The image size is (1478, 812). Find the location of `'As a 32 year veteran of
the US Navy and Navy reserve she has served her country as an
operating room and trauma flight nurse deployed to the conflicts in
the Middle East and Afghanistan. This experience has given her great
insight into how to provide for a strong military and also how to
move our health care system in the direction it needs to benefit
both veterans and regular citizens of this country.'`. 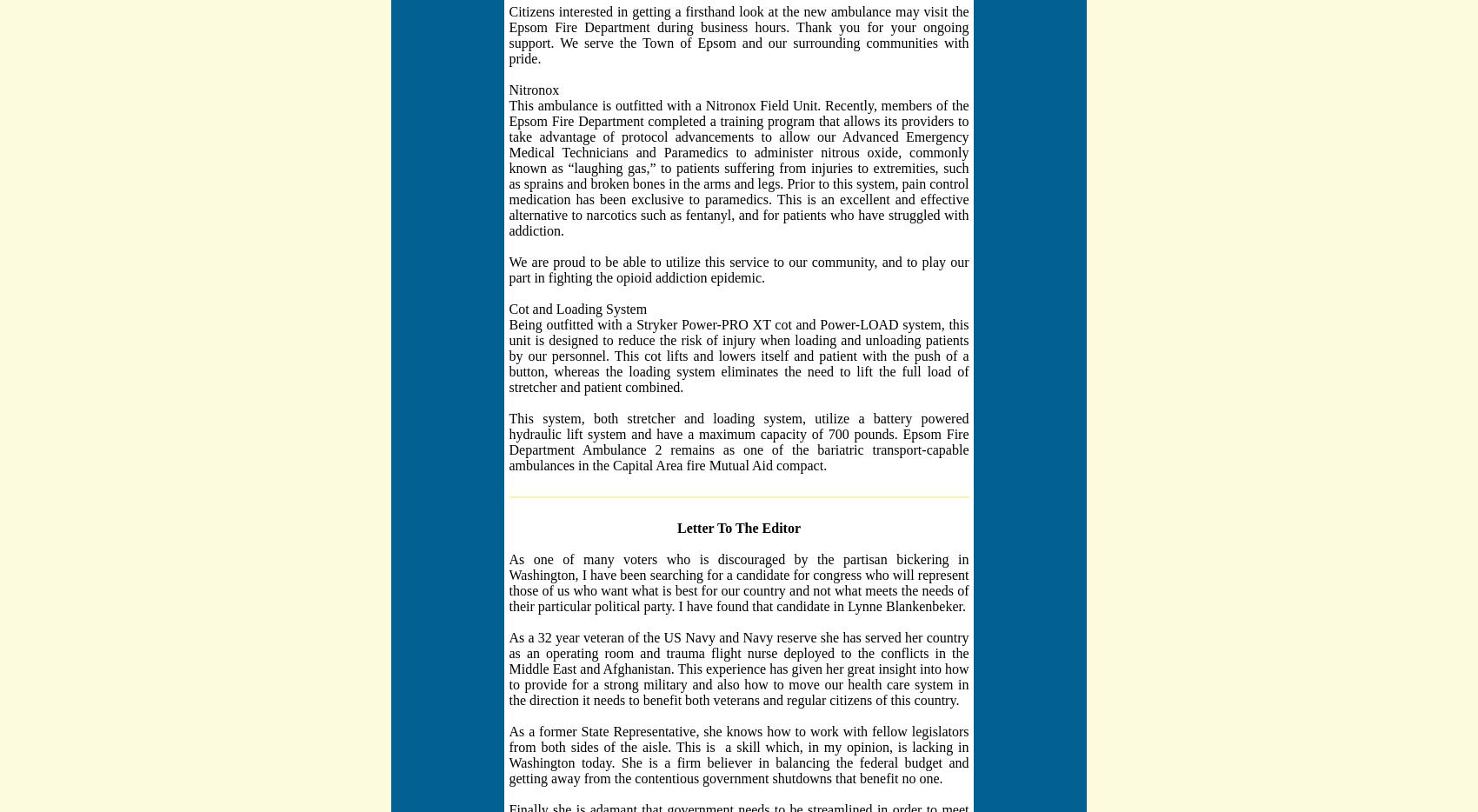

'As a 32 year veteran of
the US Navy and Navy reserve she has served her country as an
operating room and trauma flight nurse deployed to the conflicts in
the Middle East and Afghanistan. This experience has given her great
insight into how to provide for a strong military and also how to
move our health care system in the direction it needs to benefit
both veterans and regular citizens of this country.' is located at coordinates (737, 667).